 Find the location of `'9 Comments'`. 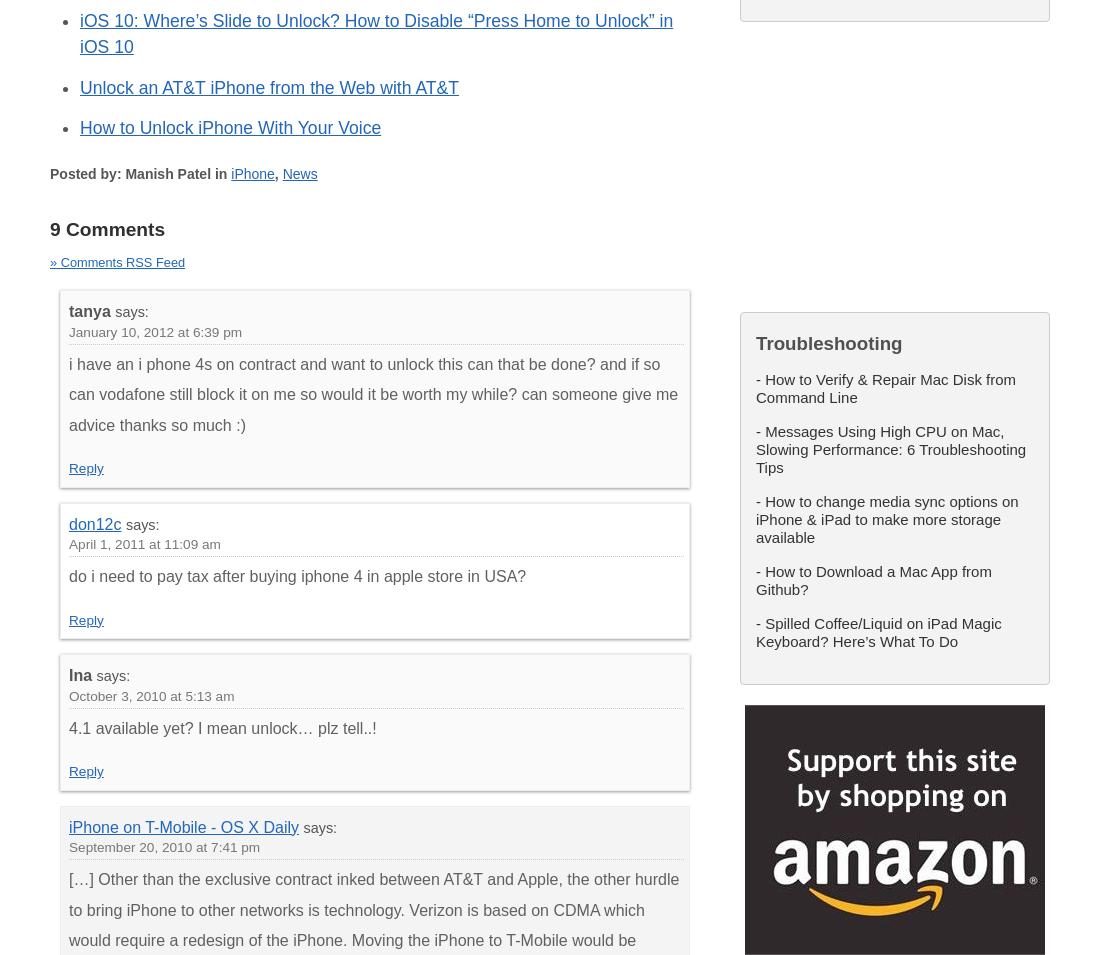

'9 Comments' is located at coordinates (107, 229).